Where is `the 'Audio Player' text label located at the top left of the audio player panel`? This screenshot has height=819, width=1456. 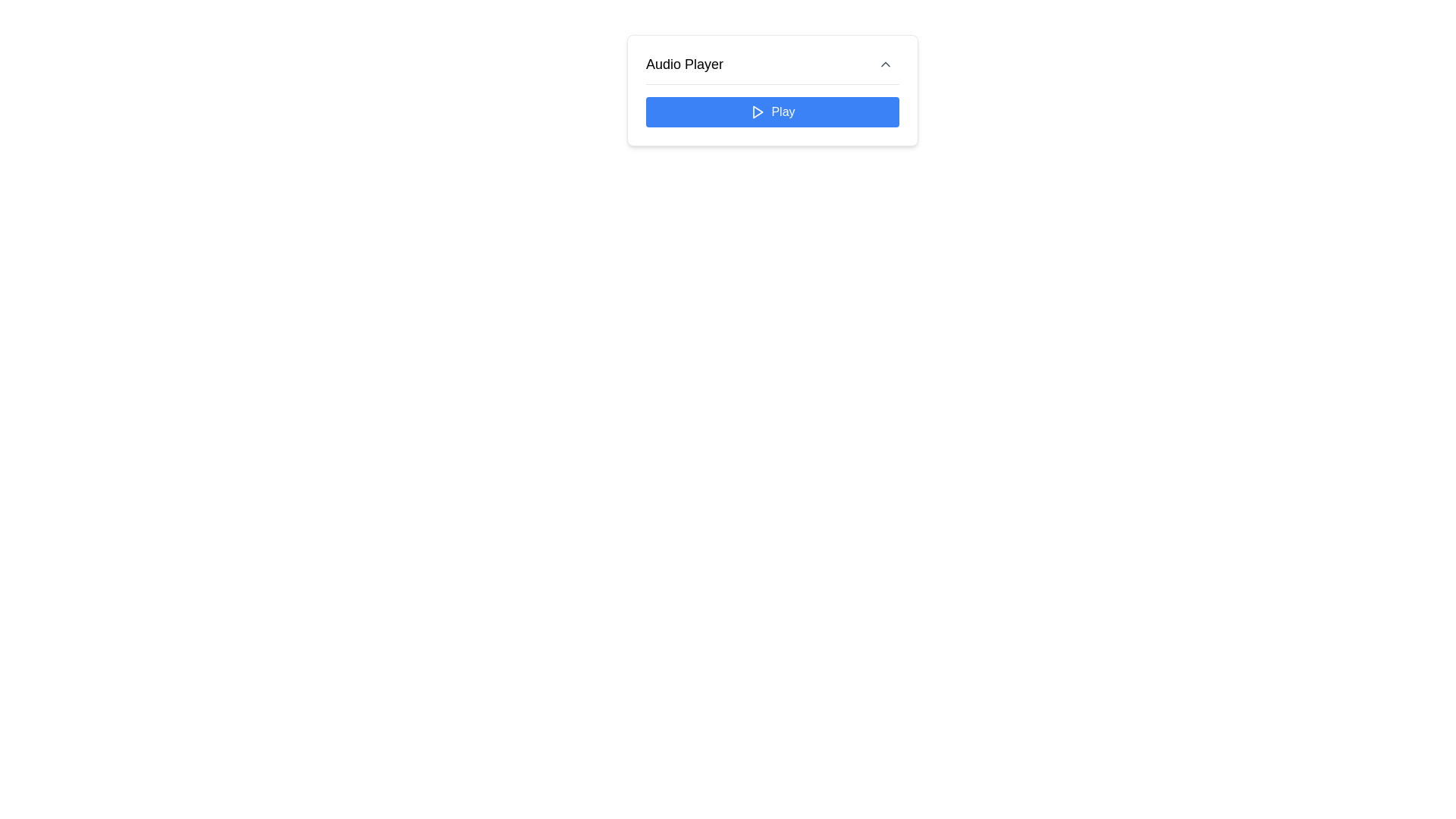
the 'Audio Player' text label located at the top left of the audio player panel is located at coordinates (683, 63).